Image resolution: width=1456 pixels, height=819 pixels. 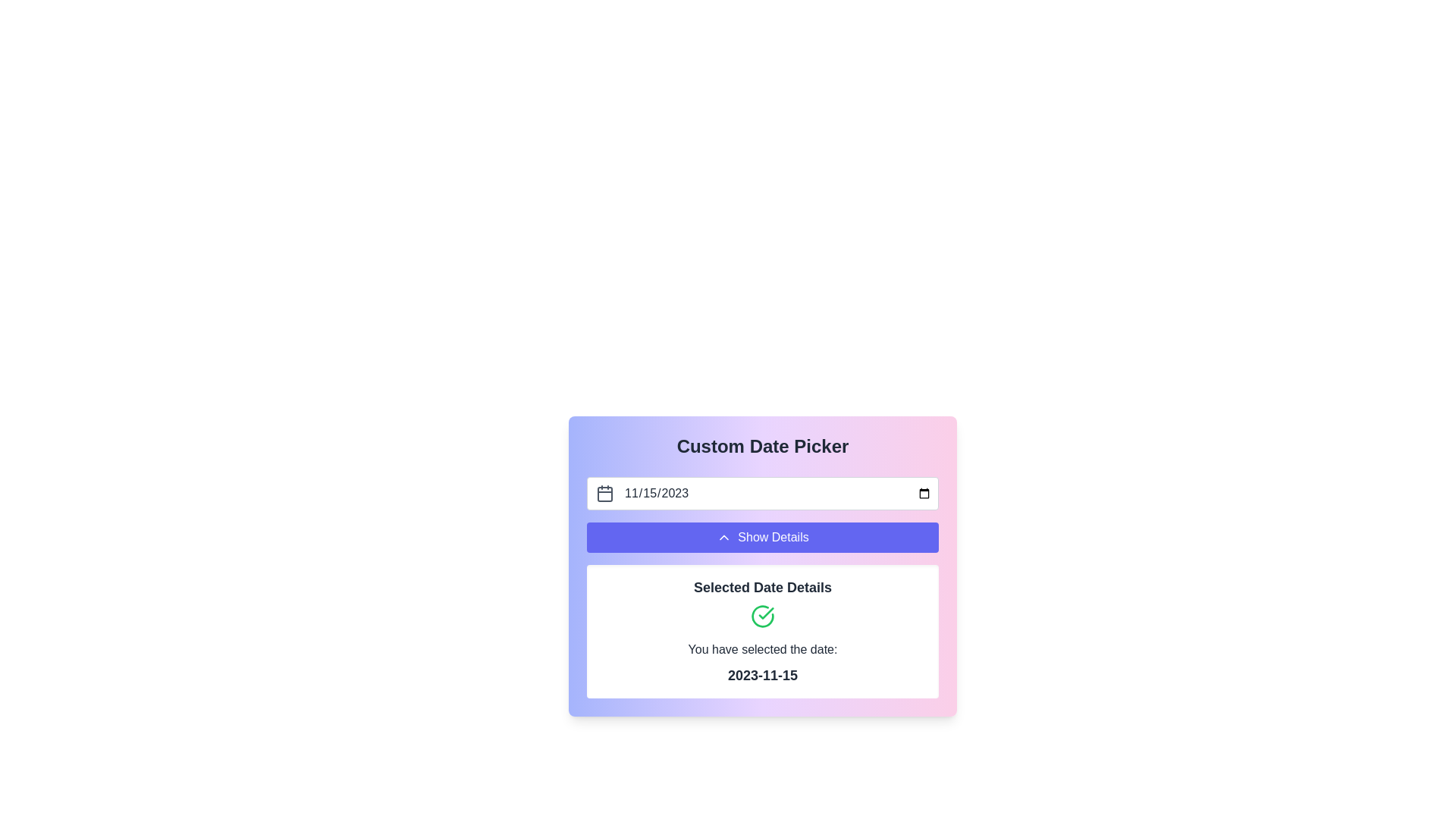 What do you see at coordinates (763, 446) in the screenshot?
I see `the text header displaying 'Custom Date Picker', which is bold and large, located at the top of the rounded rectangle card interface` at bounding box center [763, 446].